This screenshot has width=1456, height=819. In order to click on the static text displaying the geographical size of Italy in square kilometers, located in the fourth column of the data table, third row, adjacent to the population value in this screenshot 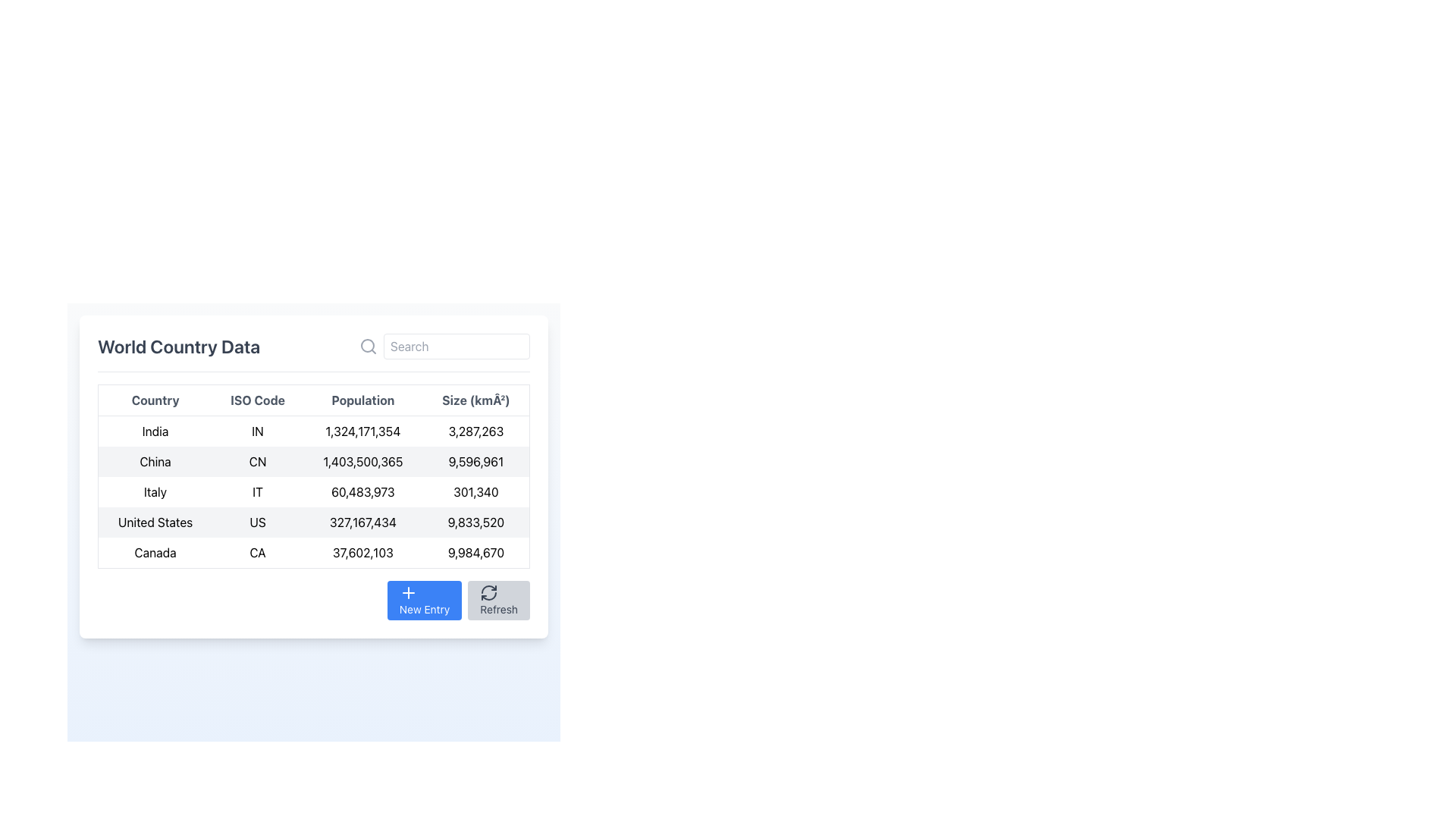, I will do `click(475, 491)`.